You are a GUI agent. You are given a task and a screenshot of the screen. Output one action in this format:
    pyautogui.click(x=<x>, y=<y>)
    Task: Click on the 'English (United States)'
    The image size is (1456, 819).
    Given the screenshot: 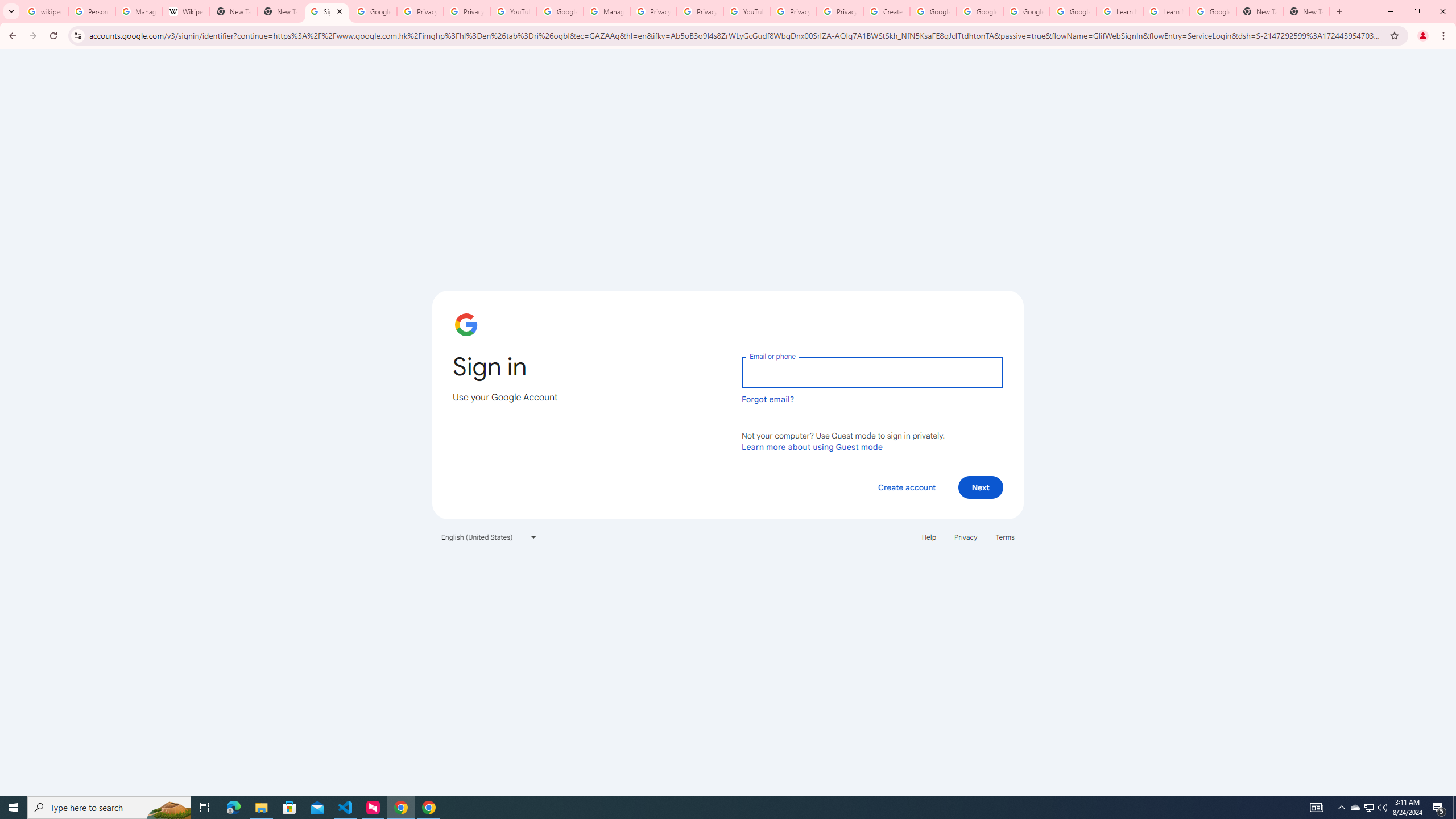 What is the action you would take?
    pyautogui.click(x=489, y=536)
    